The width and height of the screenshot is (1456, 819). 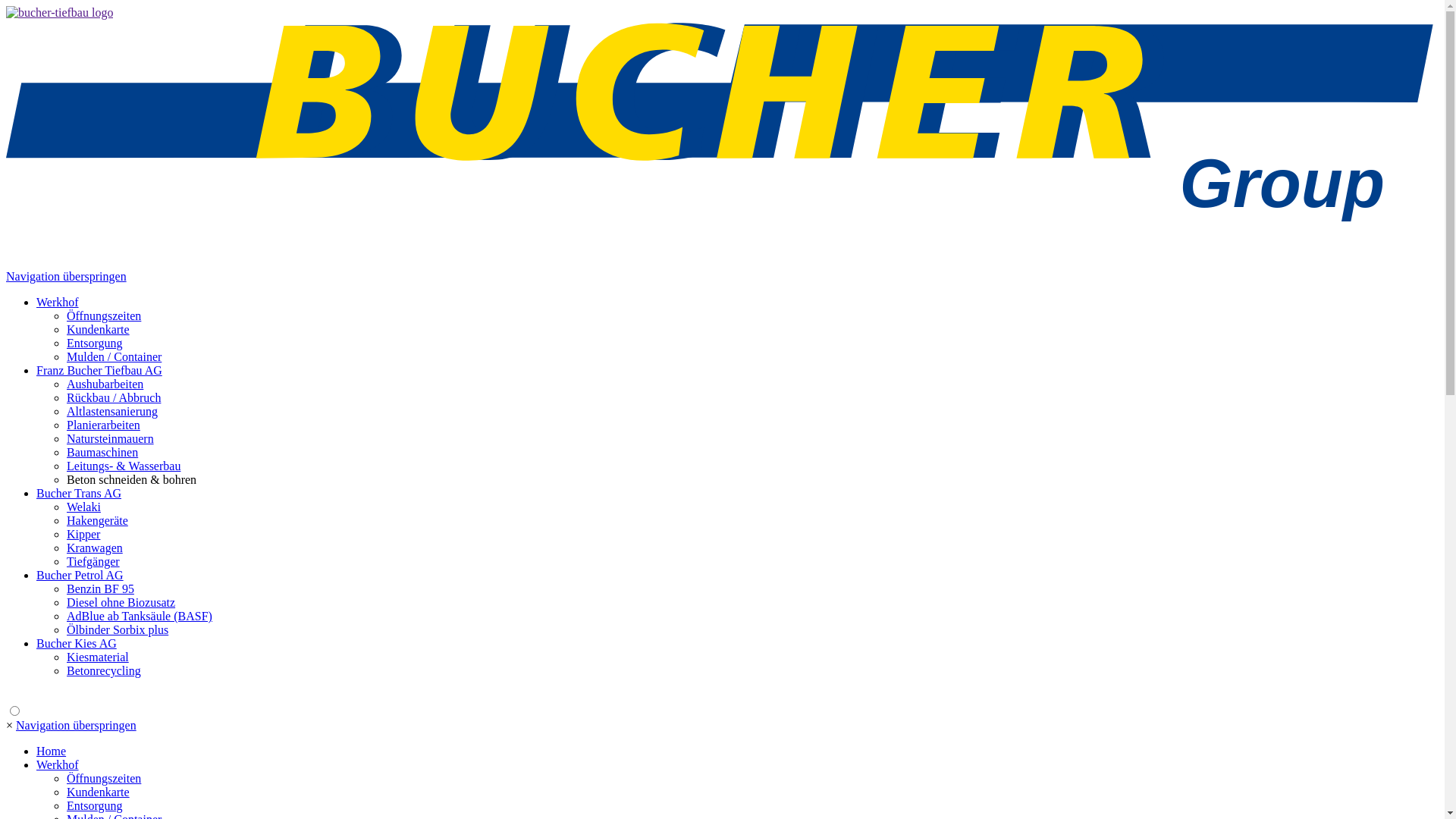 What do you see at coordinates (120, 601) in the screenshot?
I see `'Diesel ohne Biozusatz'` at bounding box center [120, 601].